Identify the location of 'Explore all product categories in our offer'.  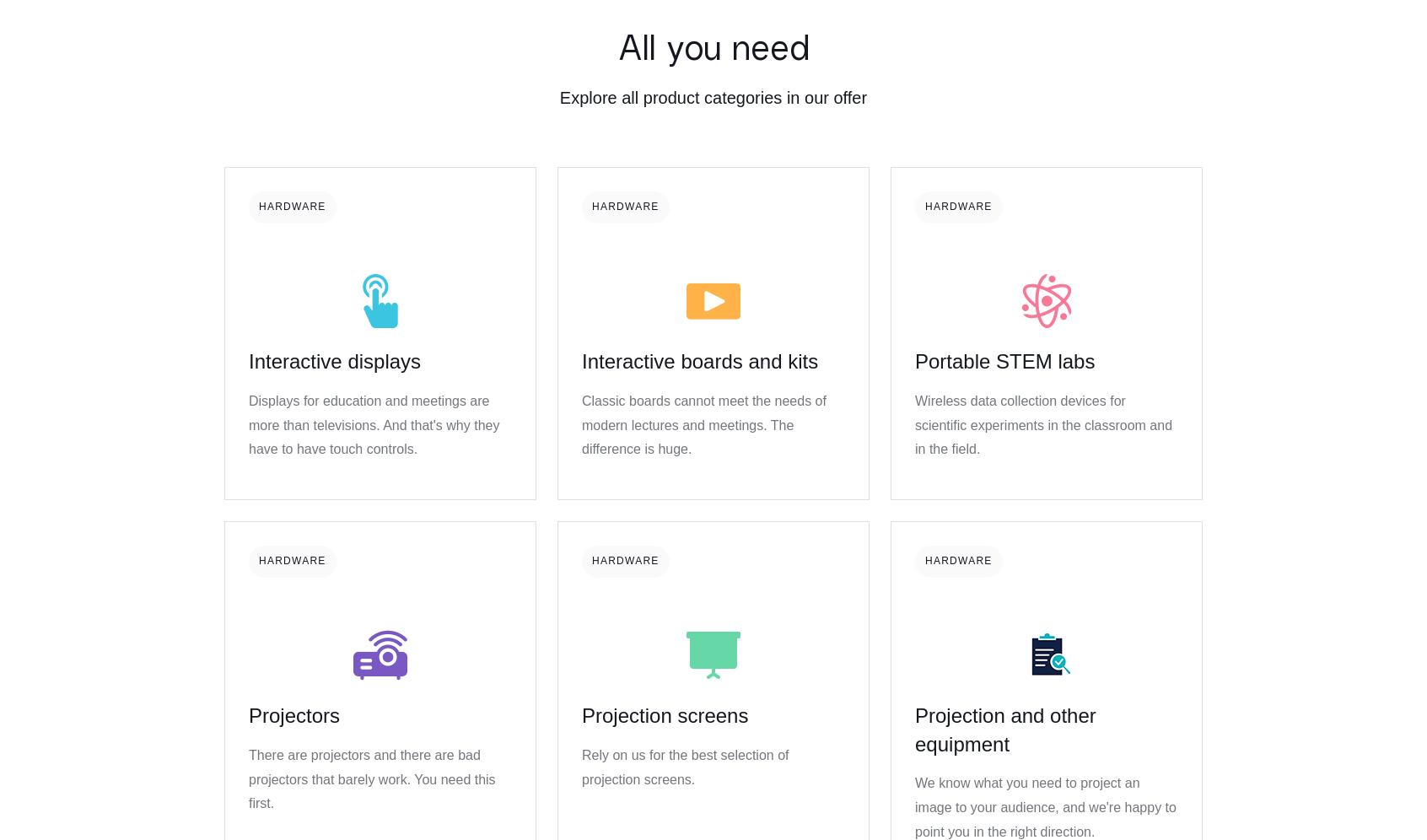
(558, 98).